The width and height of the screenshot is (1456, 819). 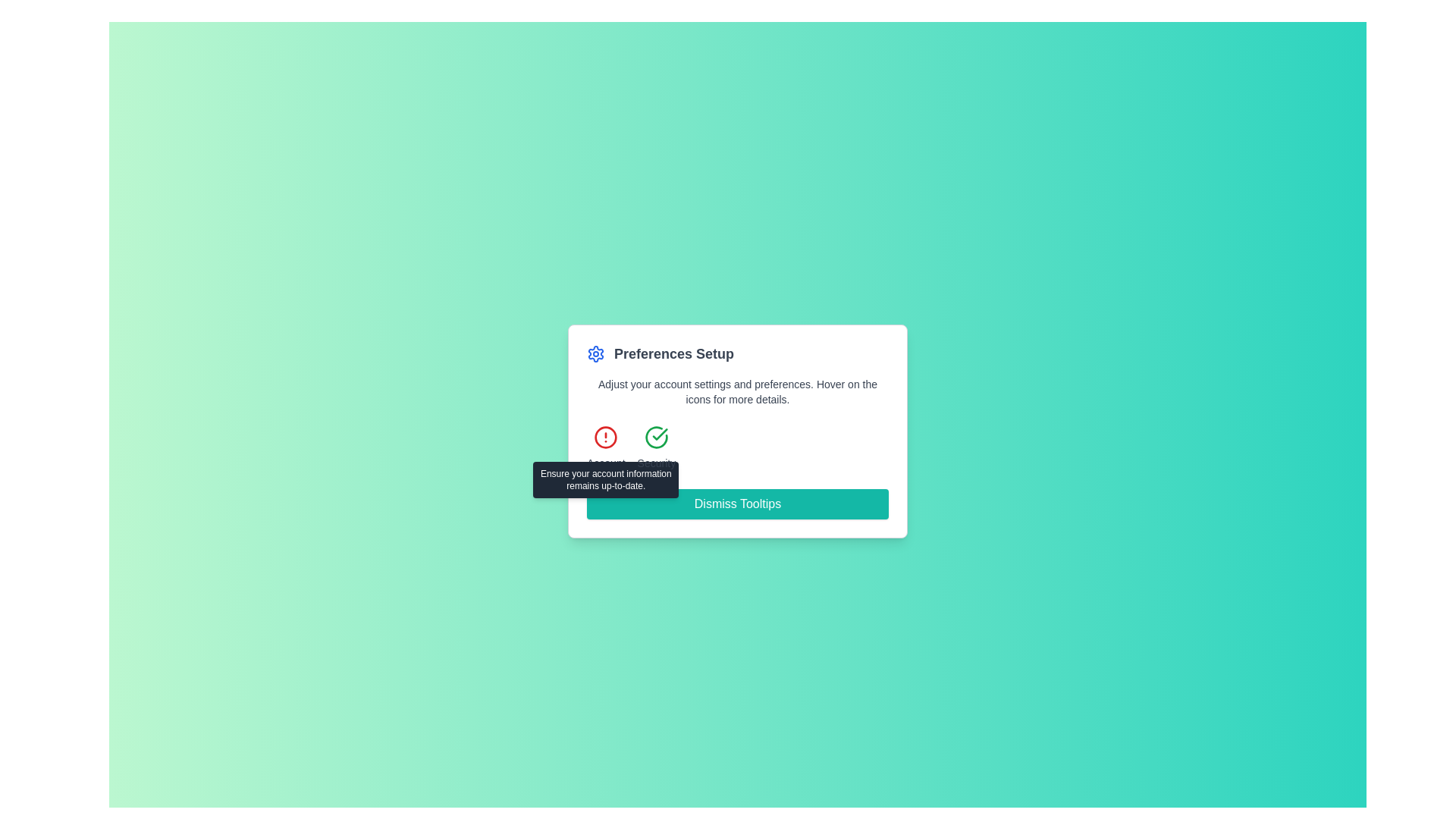 What do you see at coordinates (605, 462) in the screenshot?
I see `the text label displaying the word 'Account.' which is styled in a small and bold font, located below an icon within a settings modal` at bounding box center [605, 462].